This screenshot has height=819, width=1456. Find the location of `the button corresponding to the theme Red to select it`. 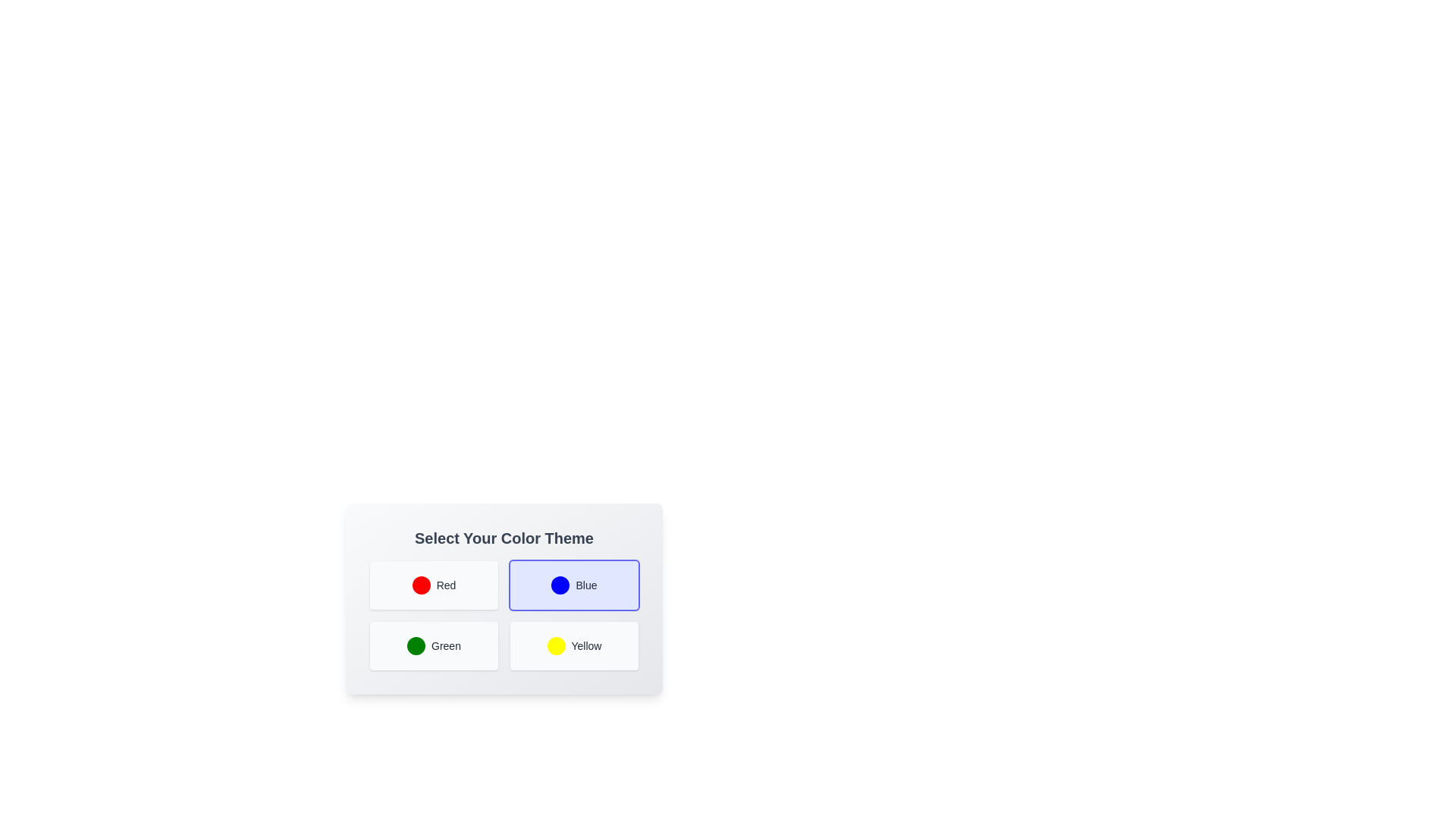

the button corresponding to the theme Red to select it is located at coordinates (433, 584).